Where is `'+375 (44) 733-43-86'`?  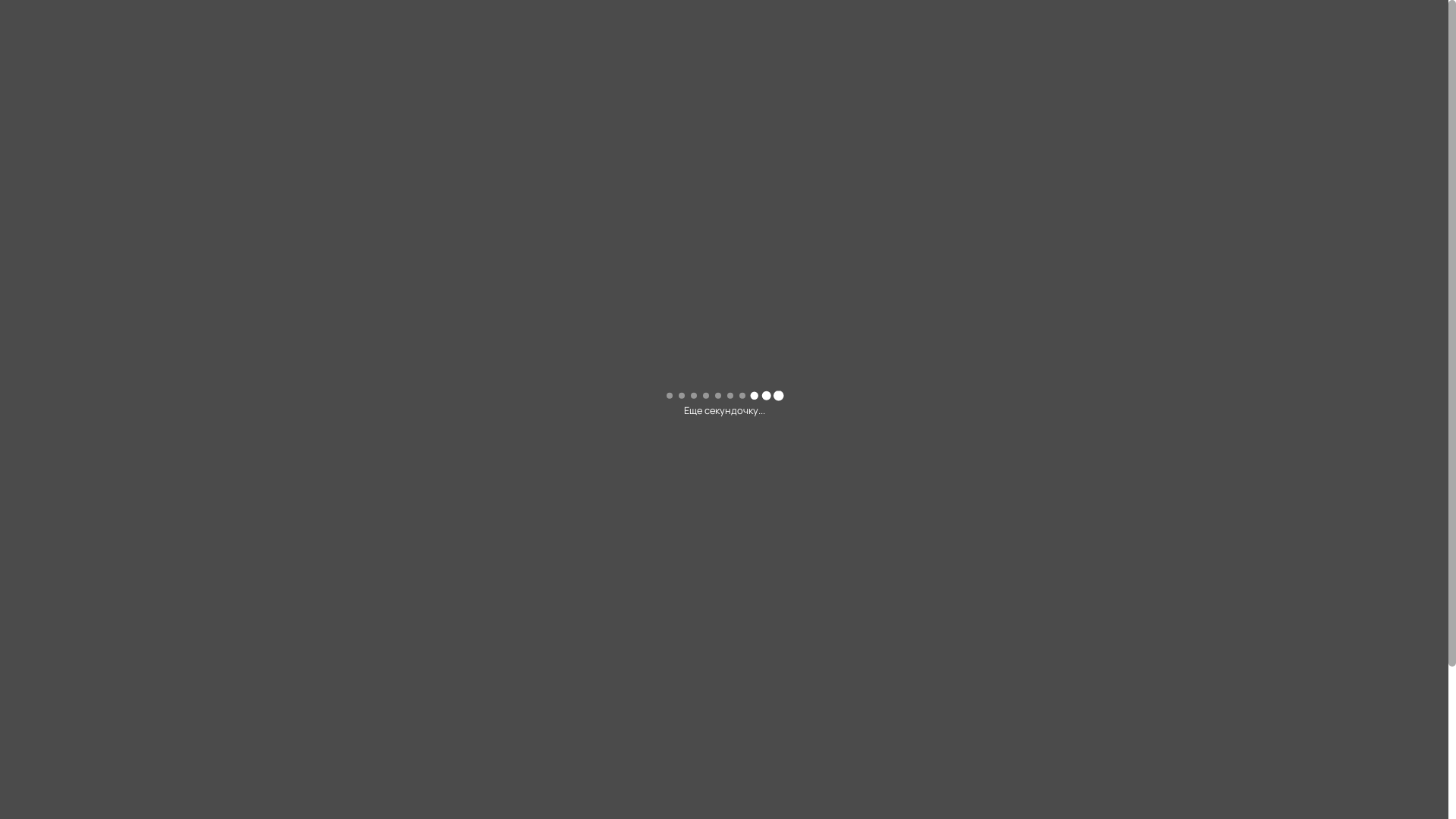
'+375 (44) 733-43-86' is located at coordinates (1119, 278).